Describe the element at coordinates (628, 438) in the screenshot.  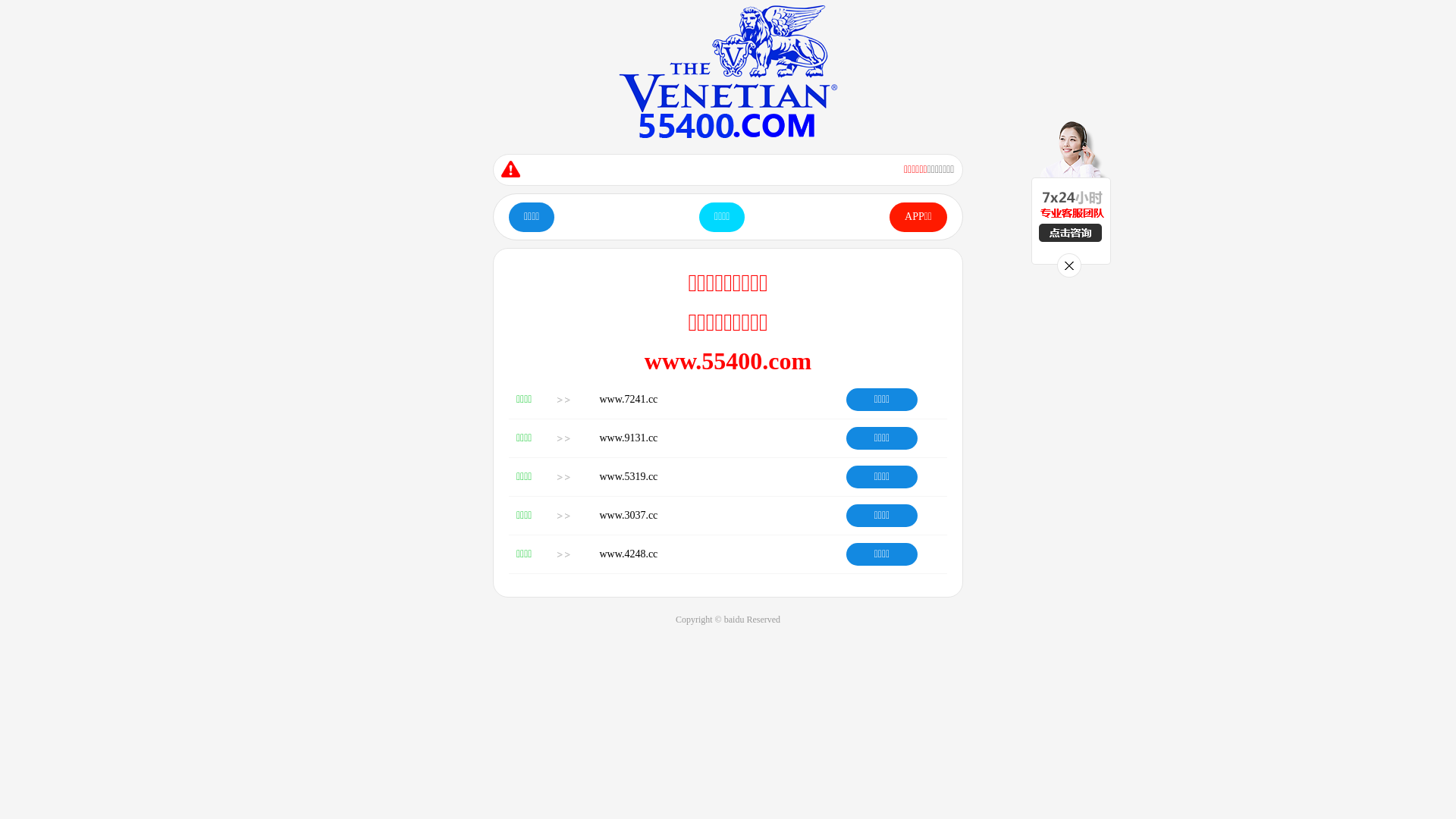
I see `'www.9131.cc'` at that location.